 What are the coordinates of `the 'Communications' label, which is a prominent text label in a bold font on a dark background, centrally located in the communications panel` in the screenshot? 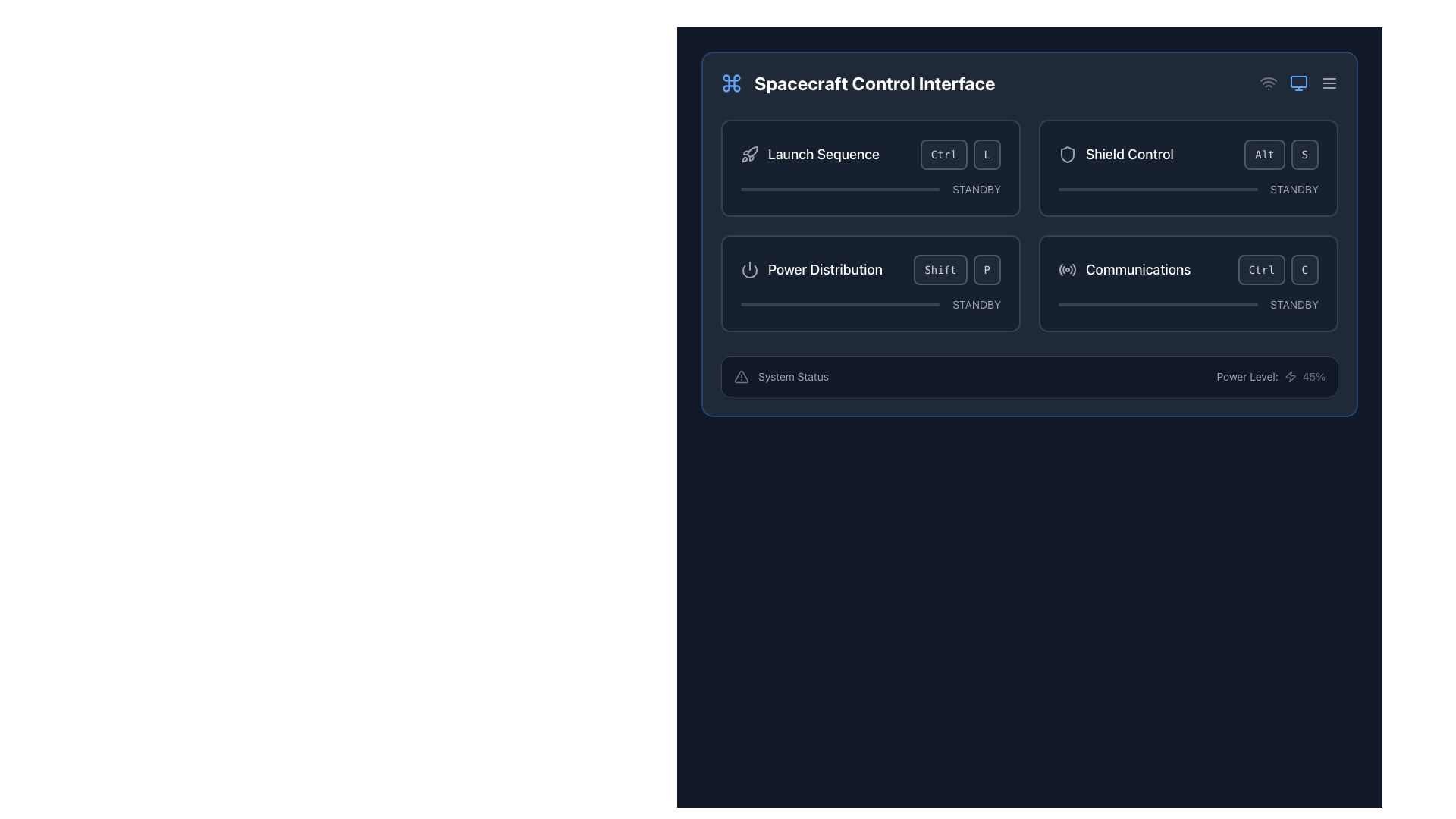 It's located at (1138, 268).